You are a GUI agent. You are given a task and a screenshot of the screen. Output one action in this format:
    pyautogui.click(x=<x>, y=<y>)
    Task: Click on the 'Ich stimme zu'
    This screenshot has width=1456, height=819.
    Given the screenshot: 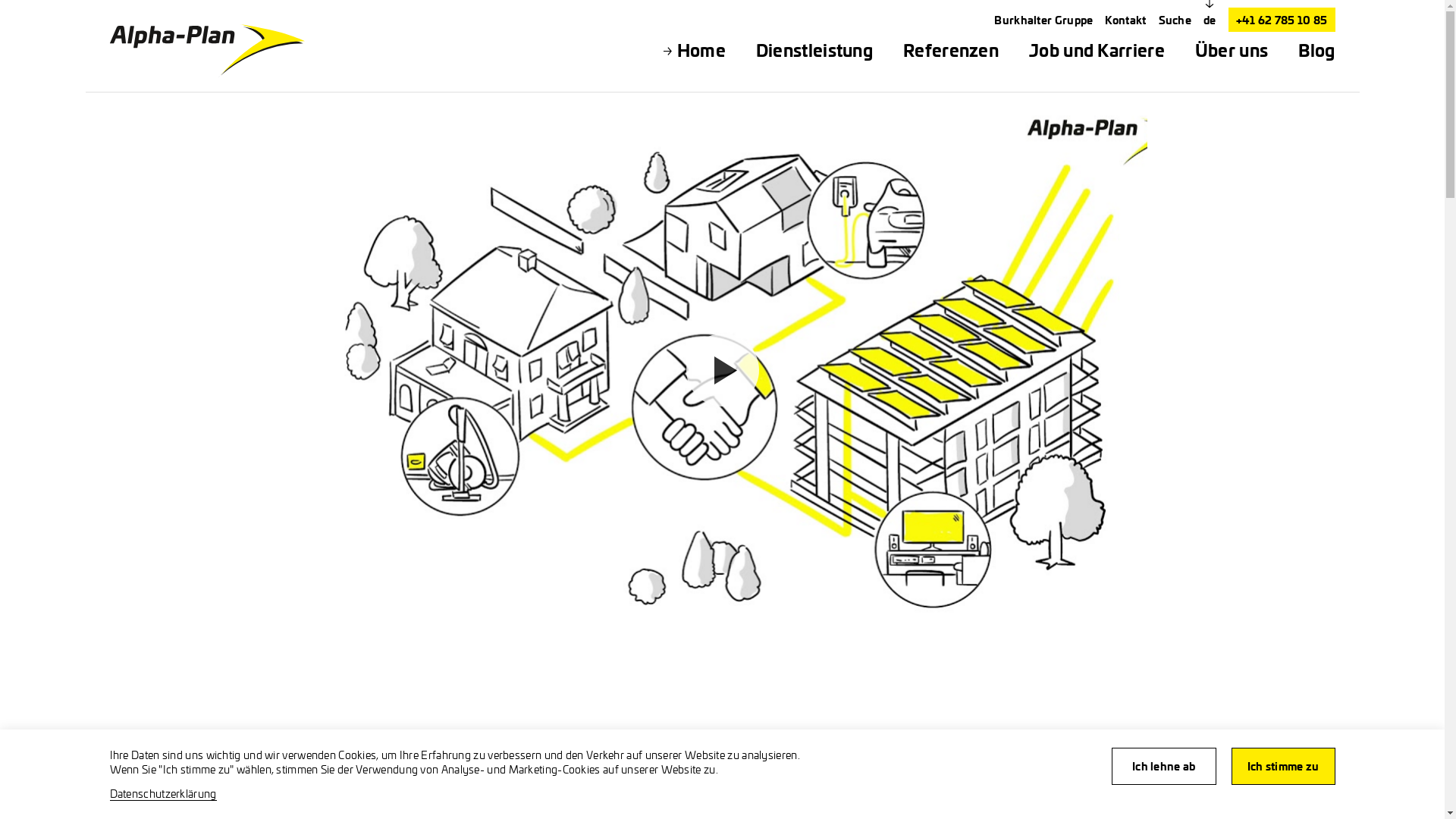 What is the action you would take?
    pyautogui.click(x=1231, y=766)
    